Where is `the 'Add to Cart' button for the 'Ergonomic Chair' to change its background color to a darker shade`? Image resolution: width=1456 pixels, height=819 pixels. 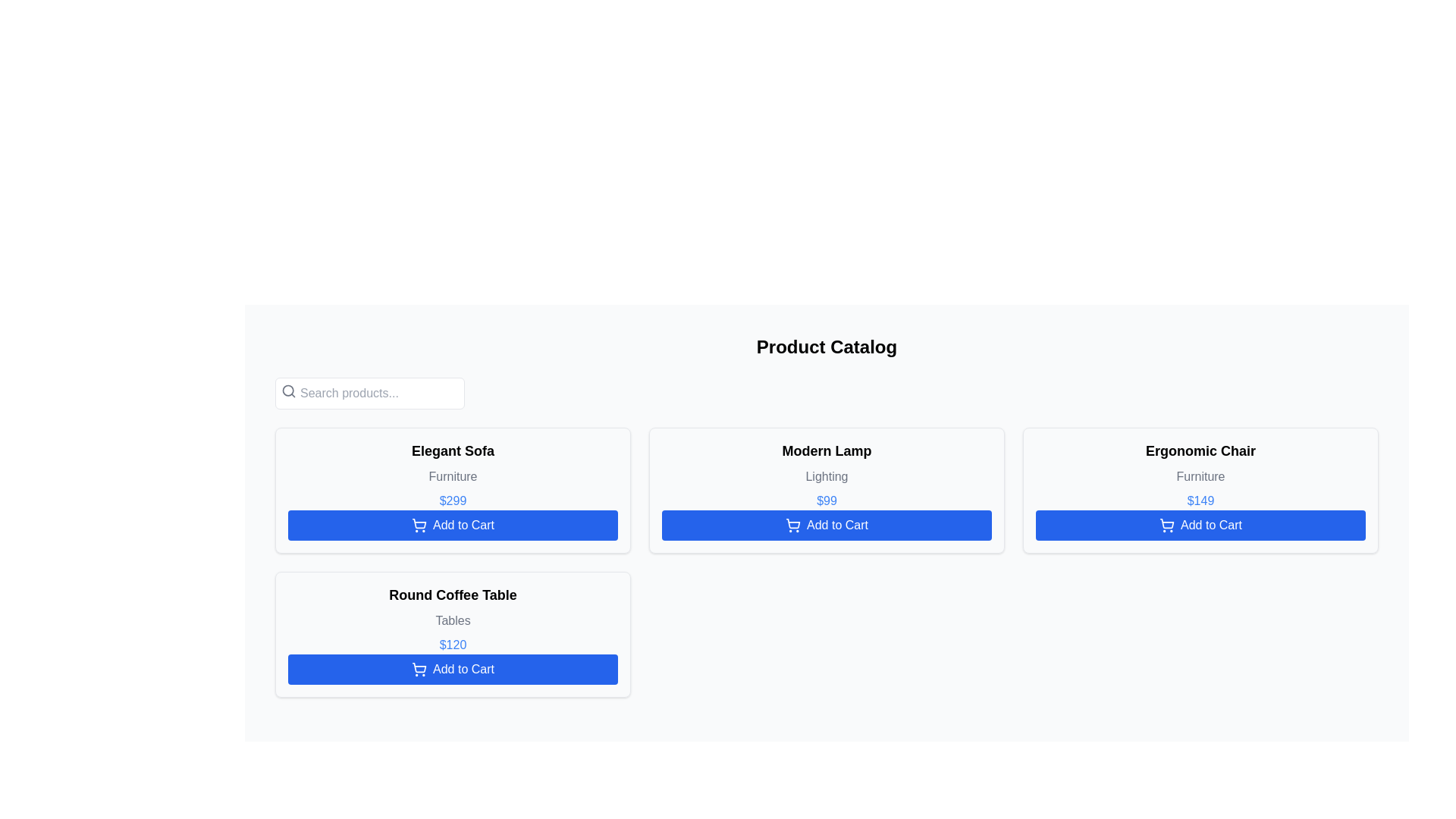 the 'Add to Cart' button for the 'Ergonomic Chair' to change its background color to a darker shade is located at coordinates (1200, 525).